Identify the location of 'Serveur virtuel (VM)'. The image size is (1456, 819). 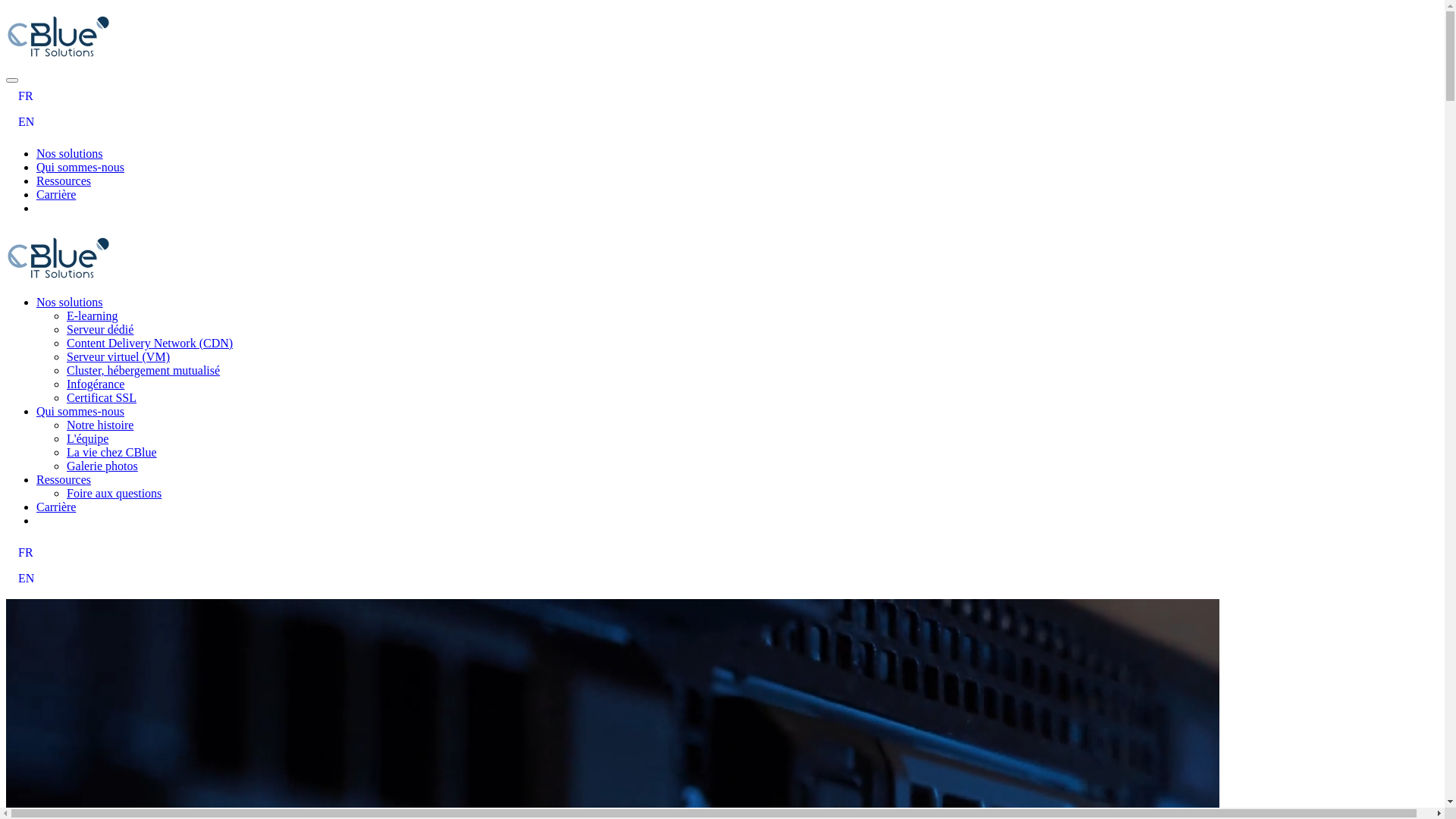
(118, 356).